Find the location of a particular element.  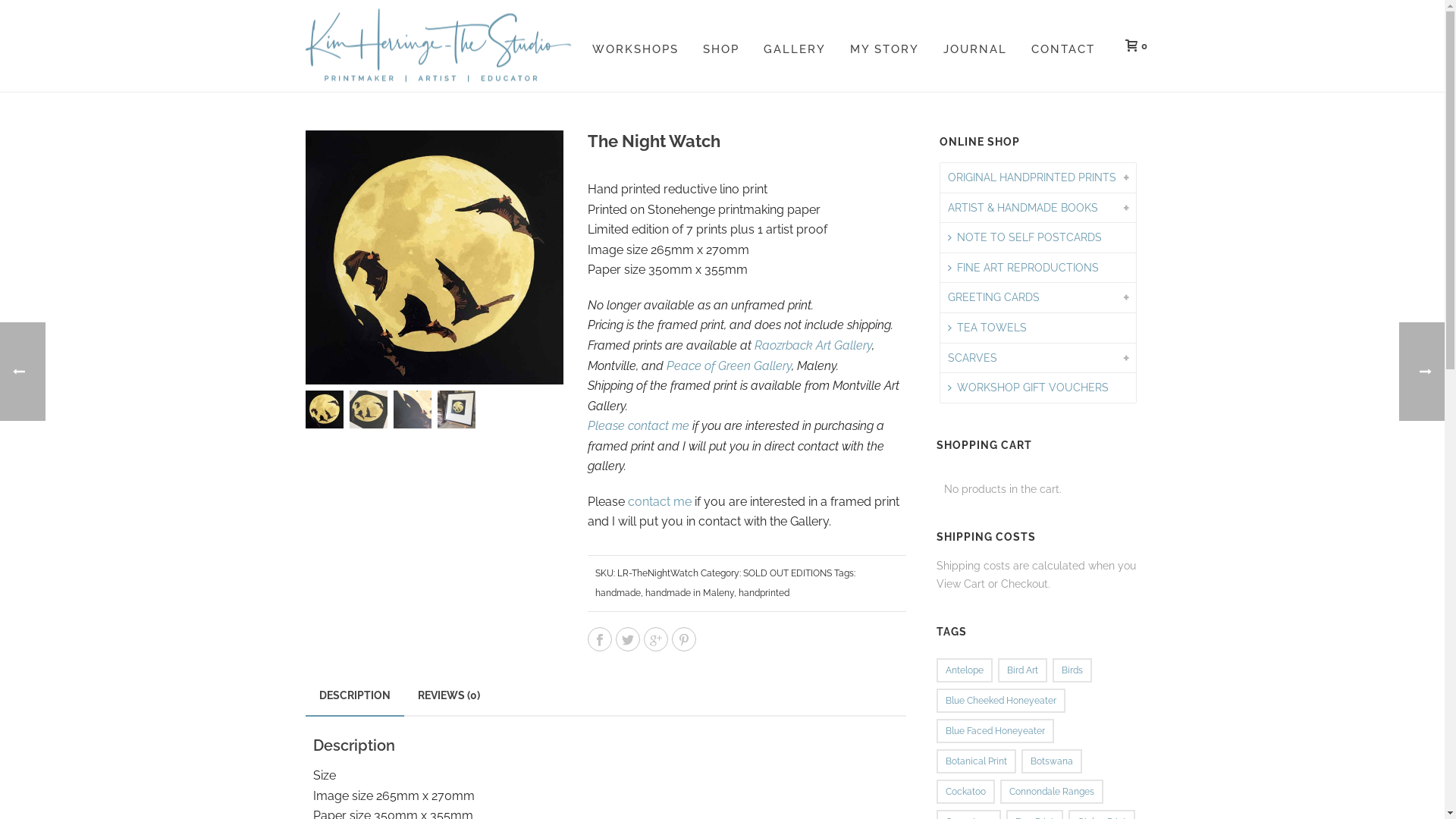

'Cockatoo' is located at coordinates (965, 791).